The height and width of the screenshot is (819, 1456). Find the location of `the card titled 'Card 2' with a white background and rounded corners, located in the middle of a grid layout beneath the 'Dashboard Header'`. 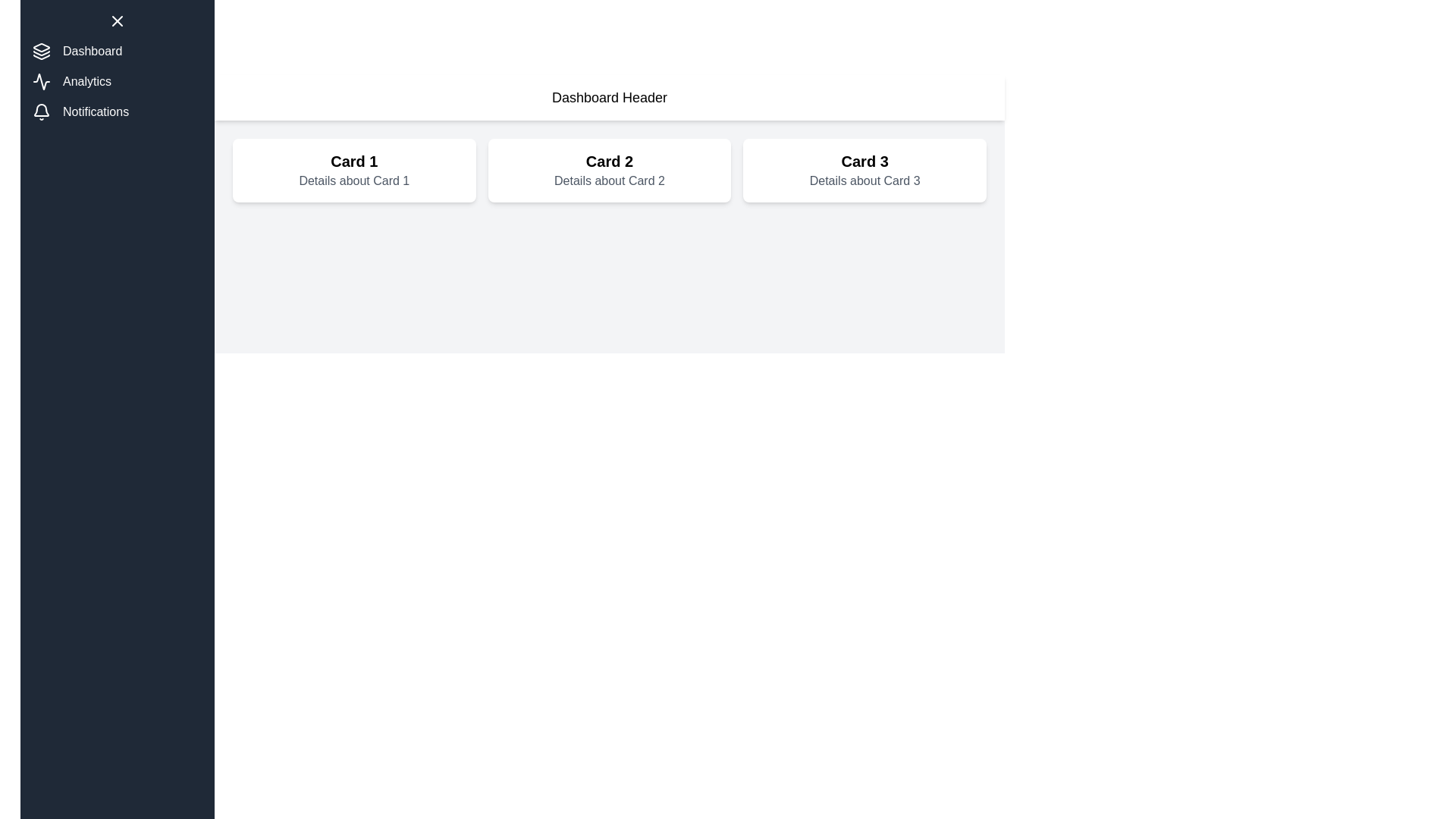

the card titled 'Card 2' with a white background and rounded corners, located in the middle of a grid layout beneath the 'Dashboard Header' is located at coordinates (609, 170).